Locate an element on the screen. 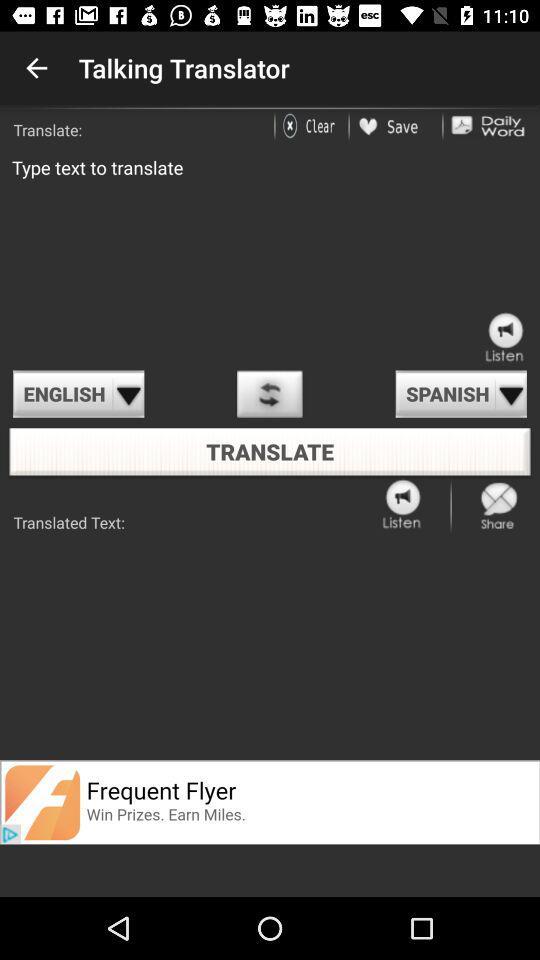 The width and height of the screenshot is (540, 960). type what to translate is located at coordinates (270, 253).